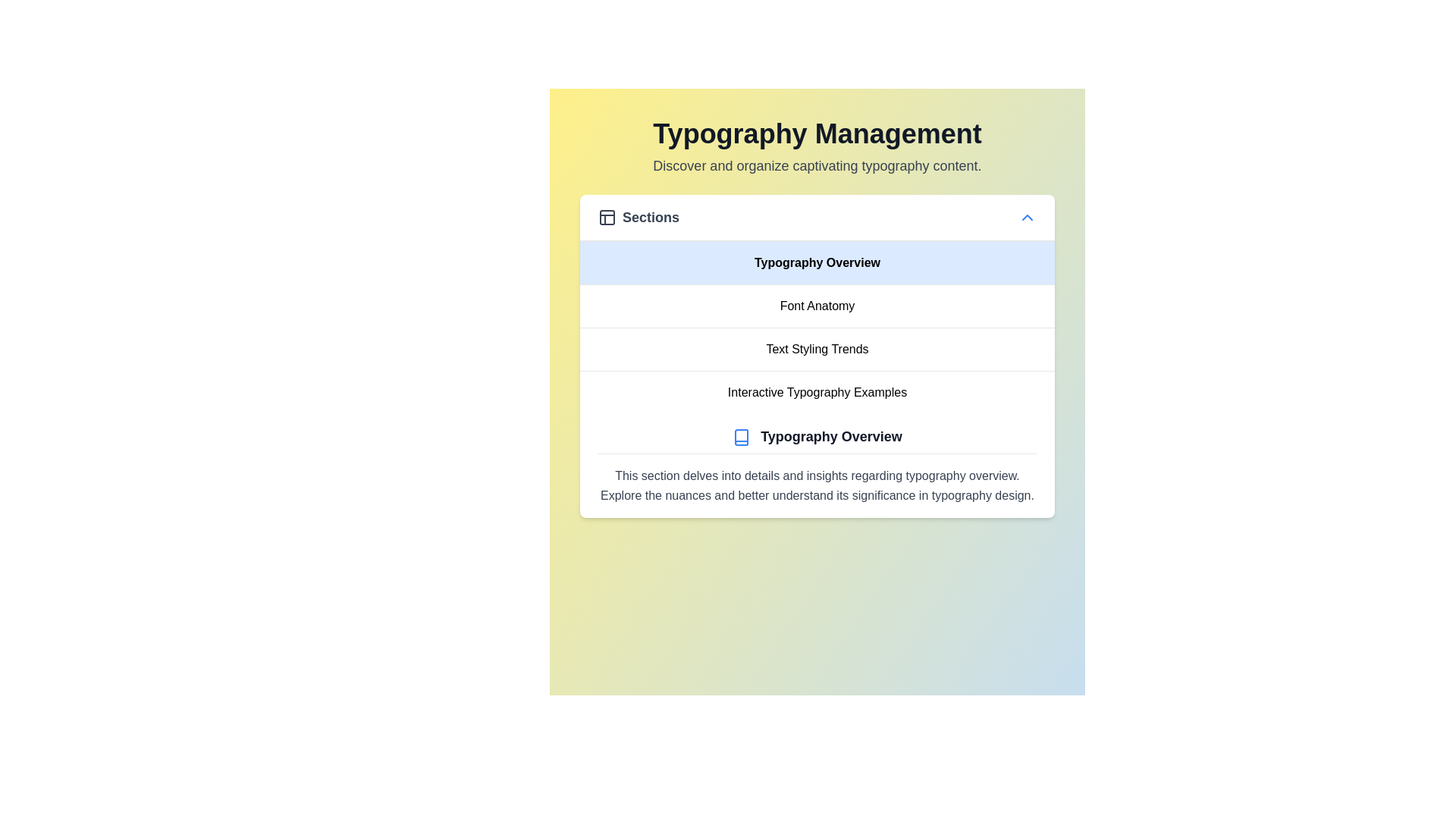 The height and width of the screenshot is (819, 1456). Describe the element at coordinates (1027, 217) in the screenshot. I see `the small upward-pointing blue chevron icon located at the upper-right corner of the 'Sections' header` at that location.